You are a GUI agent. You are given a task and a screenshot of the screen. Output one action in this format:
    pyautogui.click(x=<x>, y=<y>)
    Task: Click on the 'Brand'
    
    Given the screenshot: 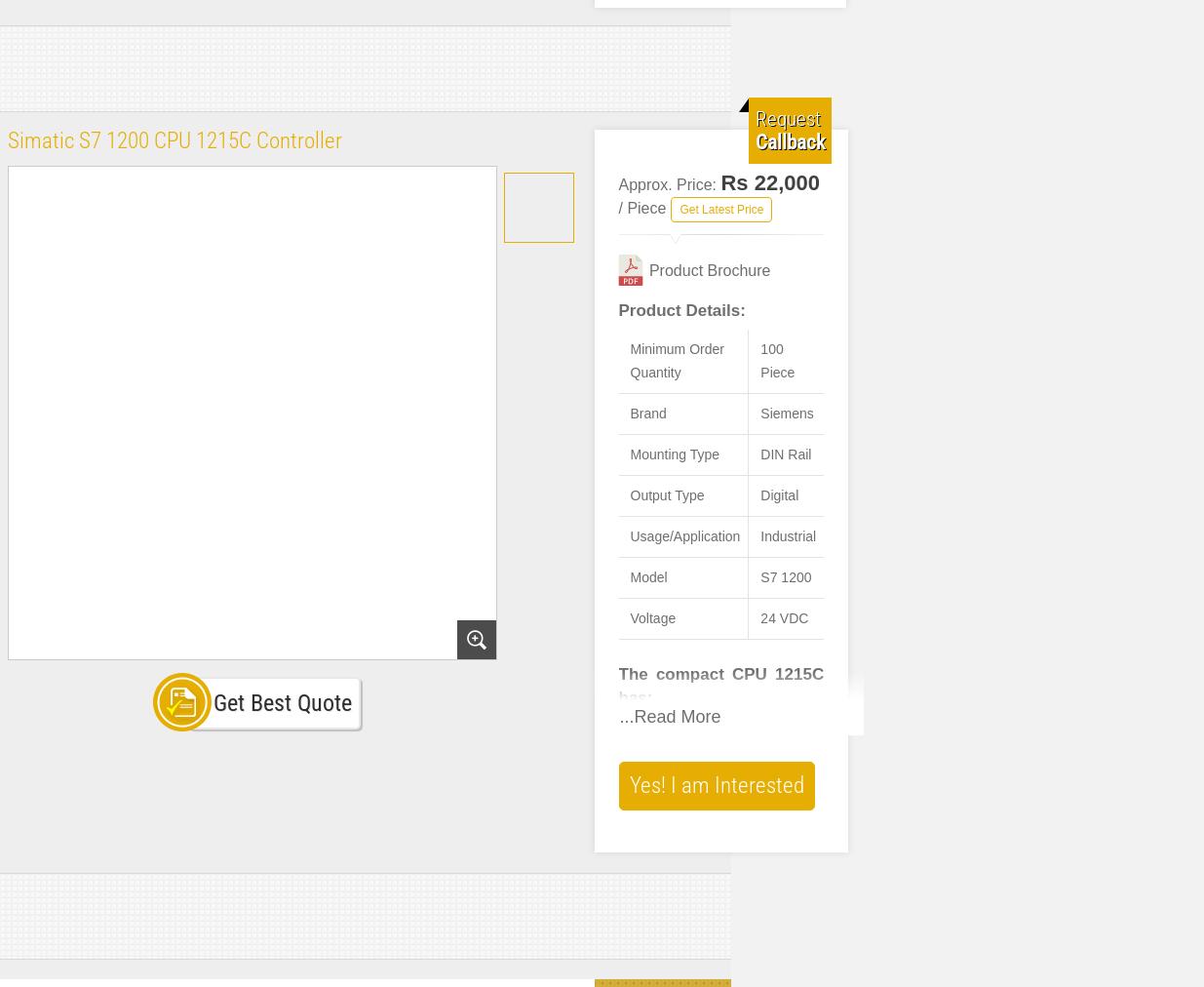 What is the action you would take?
    pyautogui.click(x=647, y=414)
    